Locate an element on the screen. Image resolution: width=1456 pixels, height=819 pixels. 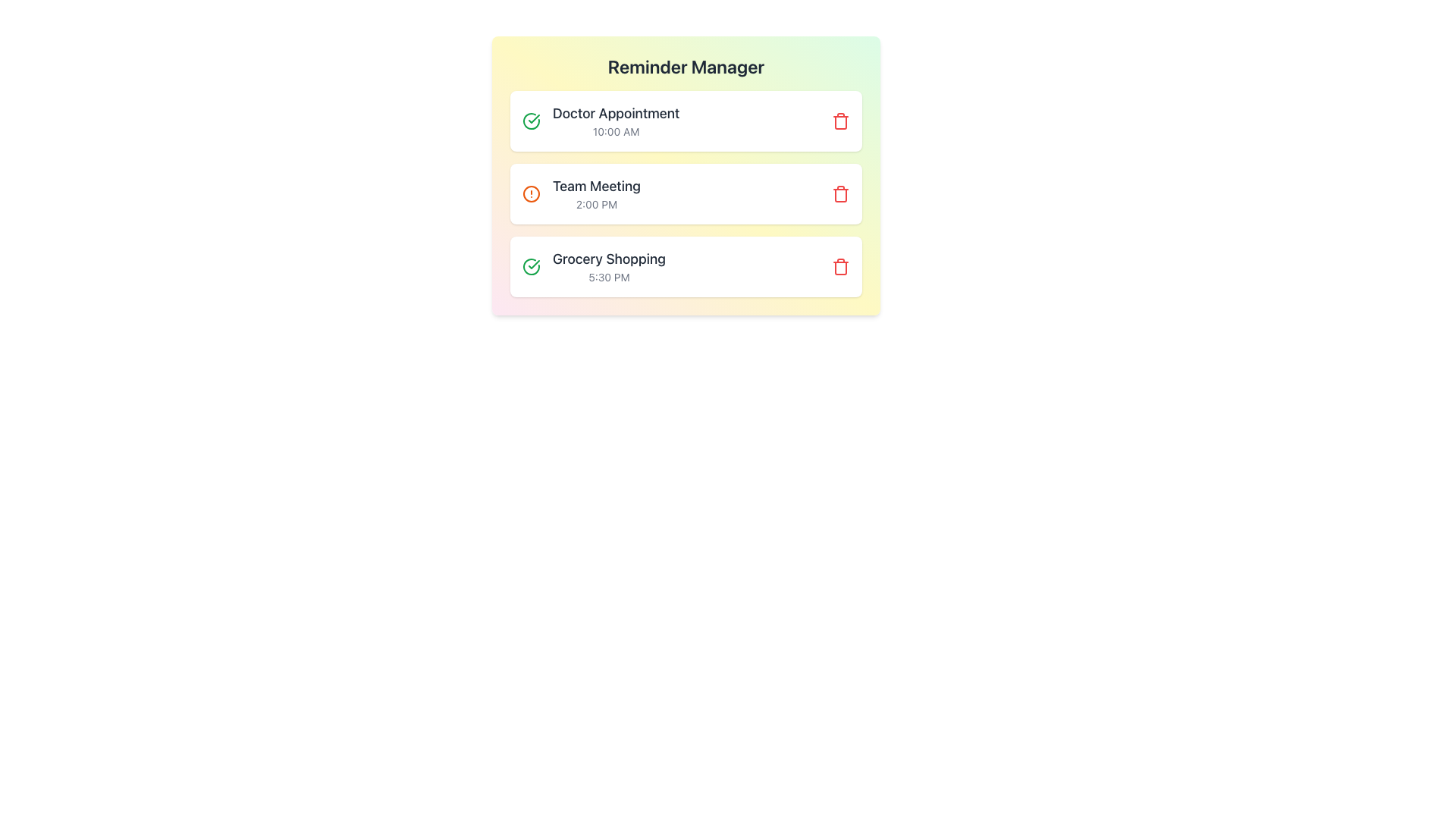
the Checkmark SVG icon located next to the text 'Doctor Appointment' in the first reminder row of the reminder manager interface is located at coordinates (534, 263).